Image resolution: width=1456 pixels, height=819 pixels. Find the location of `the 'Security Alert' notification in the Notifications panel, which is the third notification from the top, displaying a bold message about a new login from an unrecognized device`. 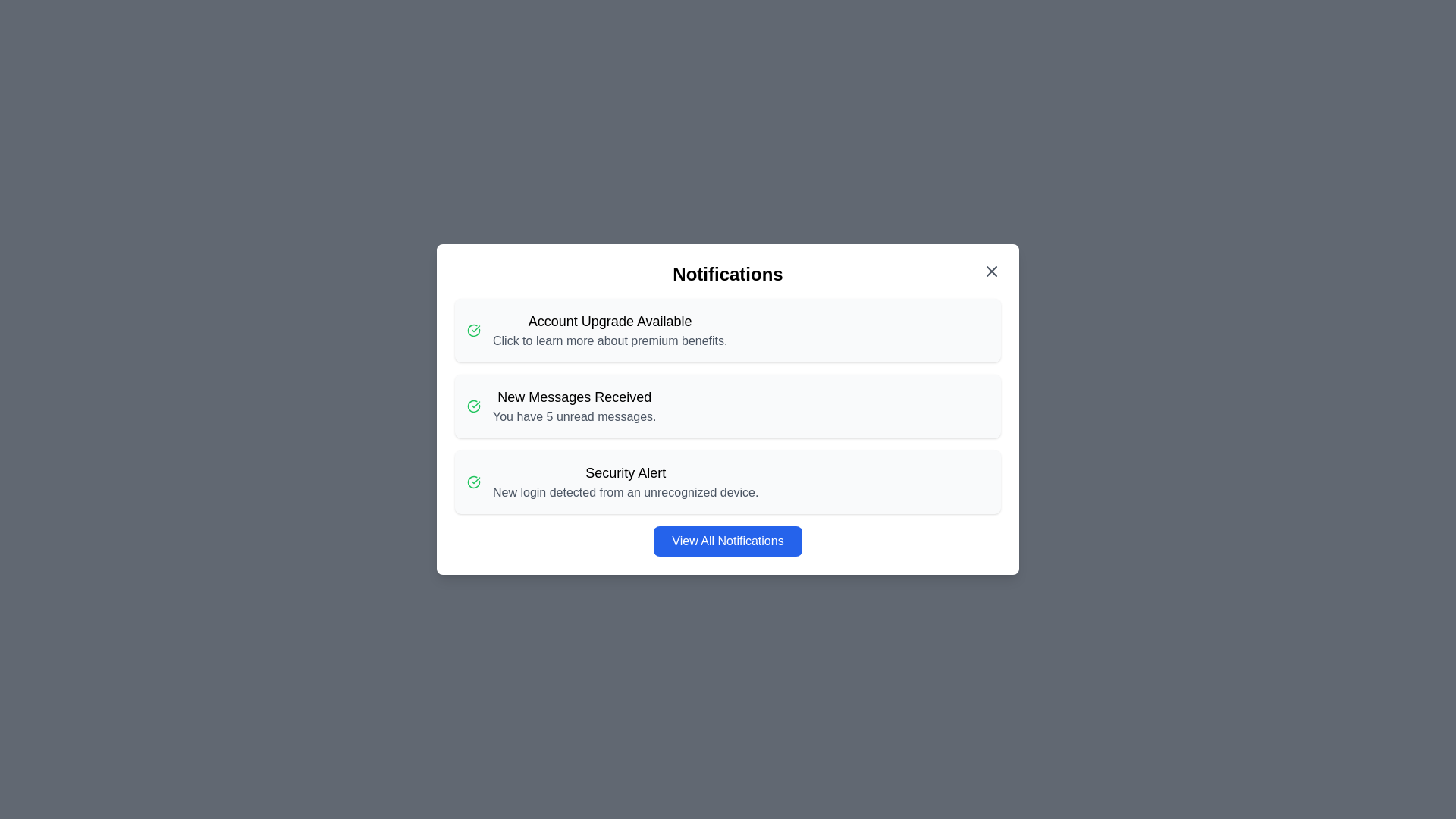

the 'Security Alert' notification in the Notifications panel, which is the third notification from the top, displaying a bold message about a new login from an unrecognized device is located at coordinates (626, 482).